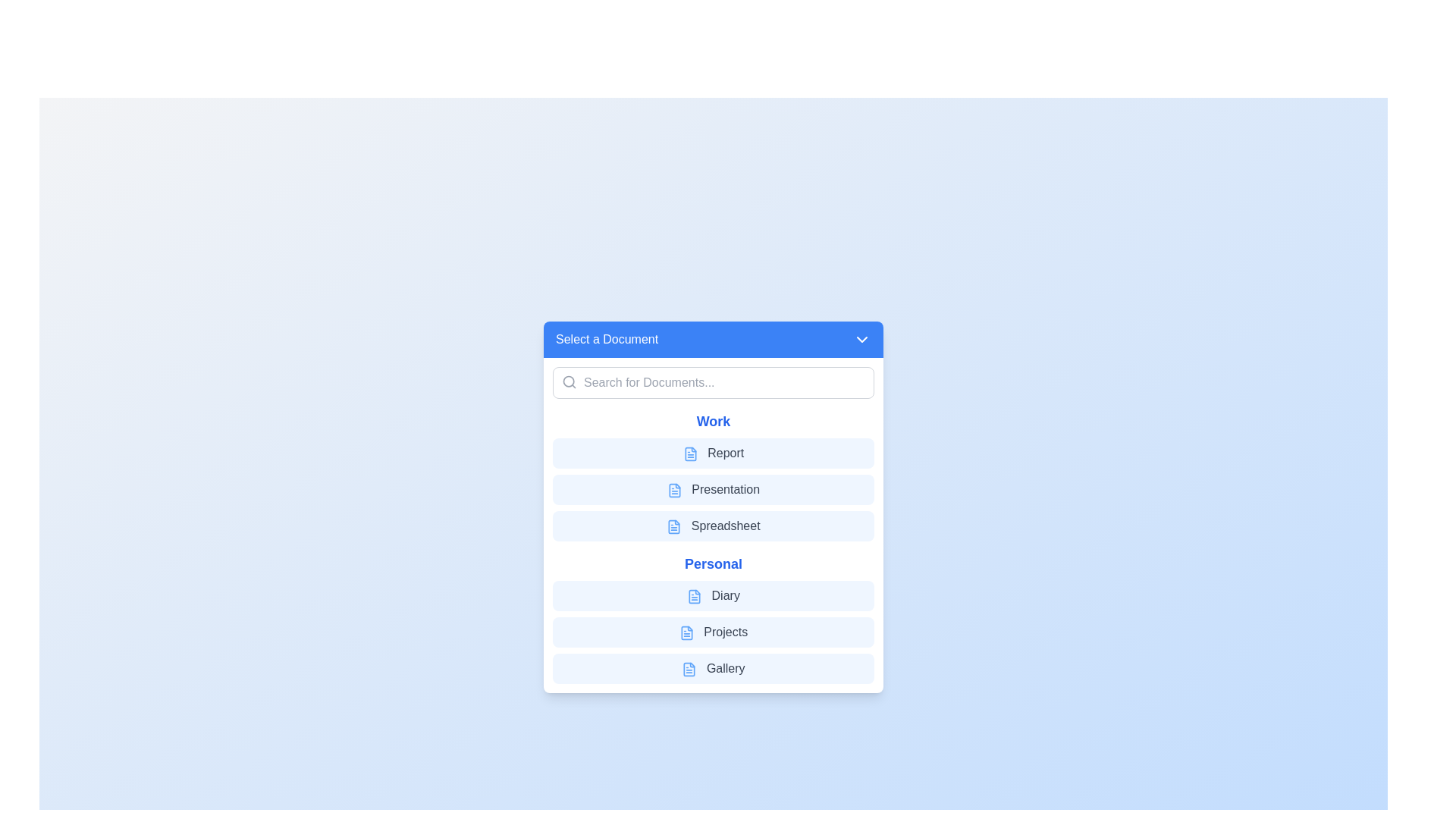 The image size is (1456, 819). Describe the element at coordinates (712, 421) in the screenshot. I see `the section title text label located directly below the search input field and above the clickable items like 'Report', 'Presentation', and 'Spreadsheet'` at that location.